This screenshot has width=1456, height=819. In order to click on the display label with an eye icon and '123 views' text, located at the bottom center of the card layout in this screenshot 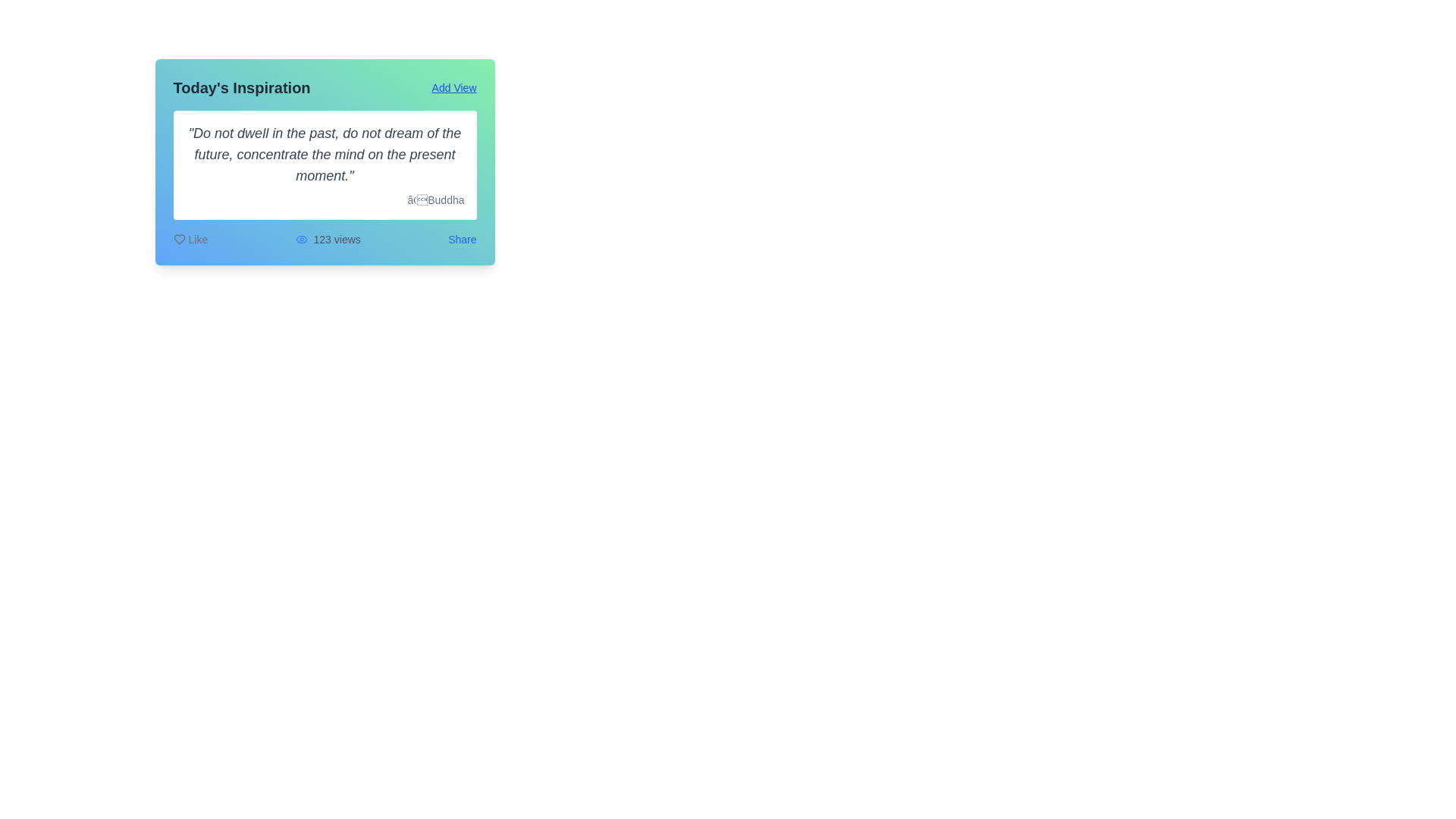, I will do `click(327, 239)`.